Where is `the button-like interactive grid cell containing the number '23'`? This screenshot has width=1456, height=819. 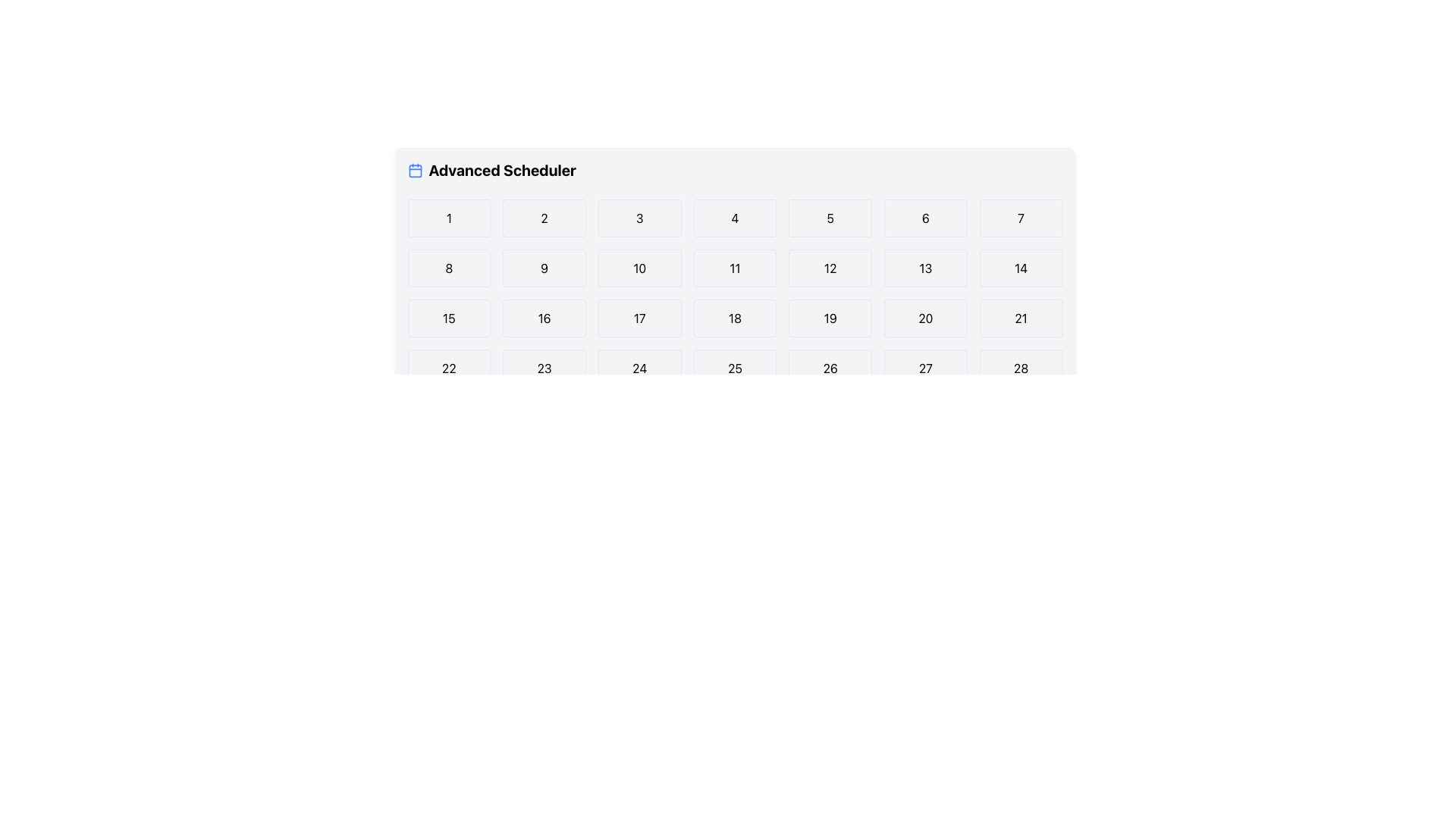
the button-like interactive grid cell containing the number '23' is located at coordinates (544, 369).